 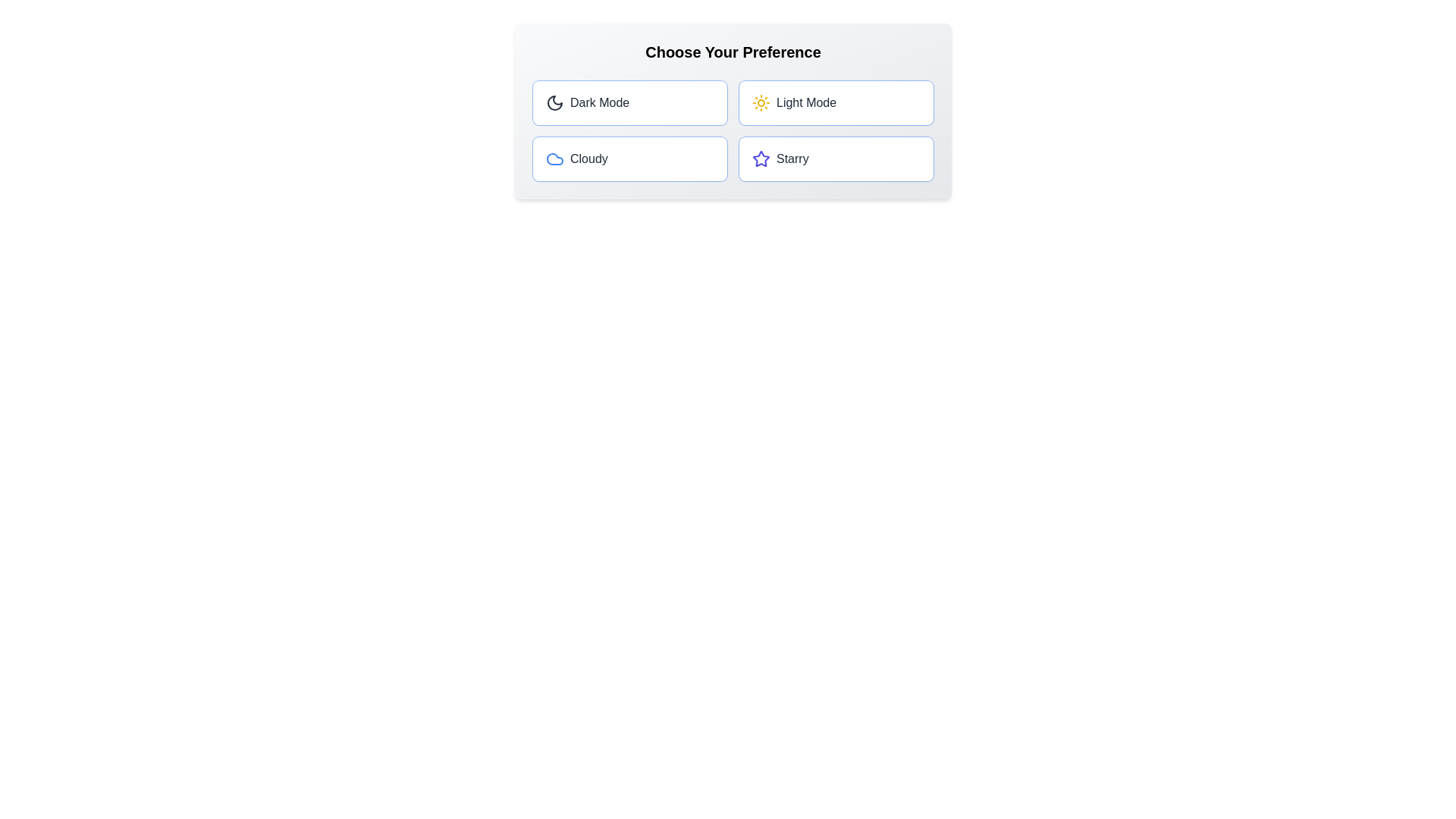 I want to click on the 'Cloudy' button located in the lower-left corner of the grid structure, so click(x=629, y=158).